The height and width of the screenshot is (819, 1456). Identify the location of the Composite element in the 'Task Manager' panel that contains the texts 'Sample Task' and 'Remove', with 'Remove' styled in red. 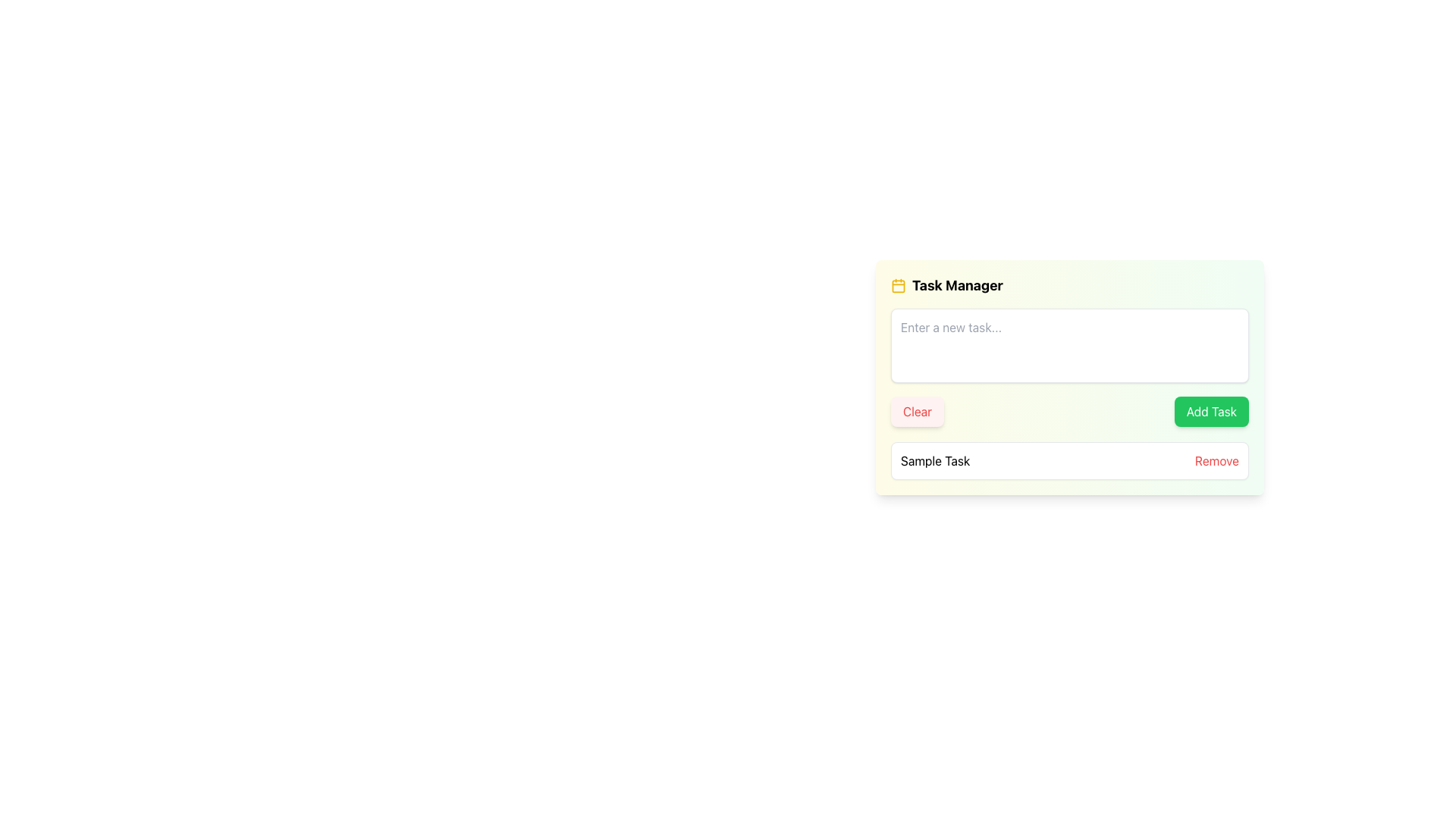
(1069, 460).